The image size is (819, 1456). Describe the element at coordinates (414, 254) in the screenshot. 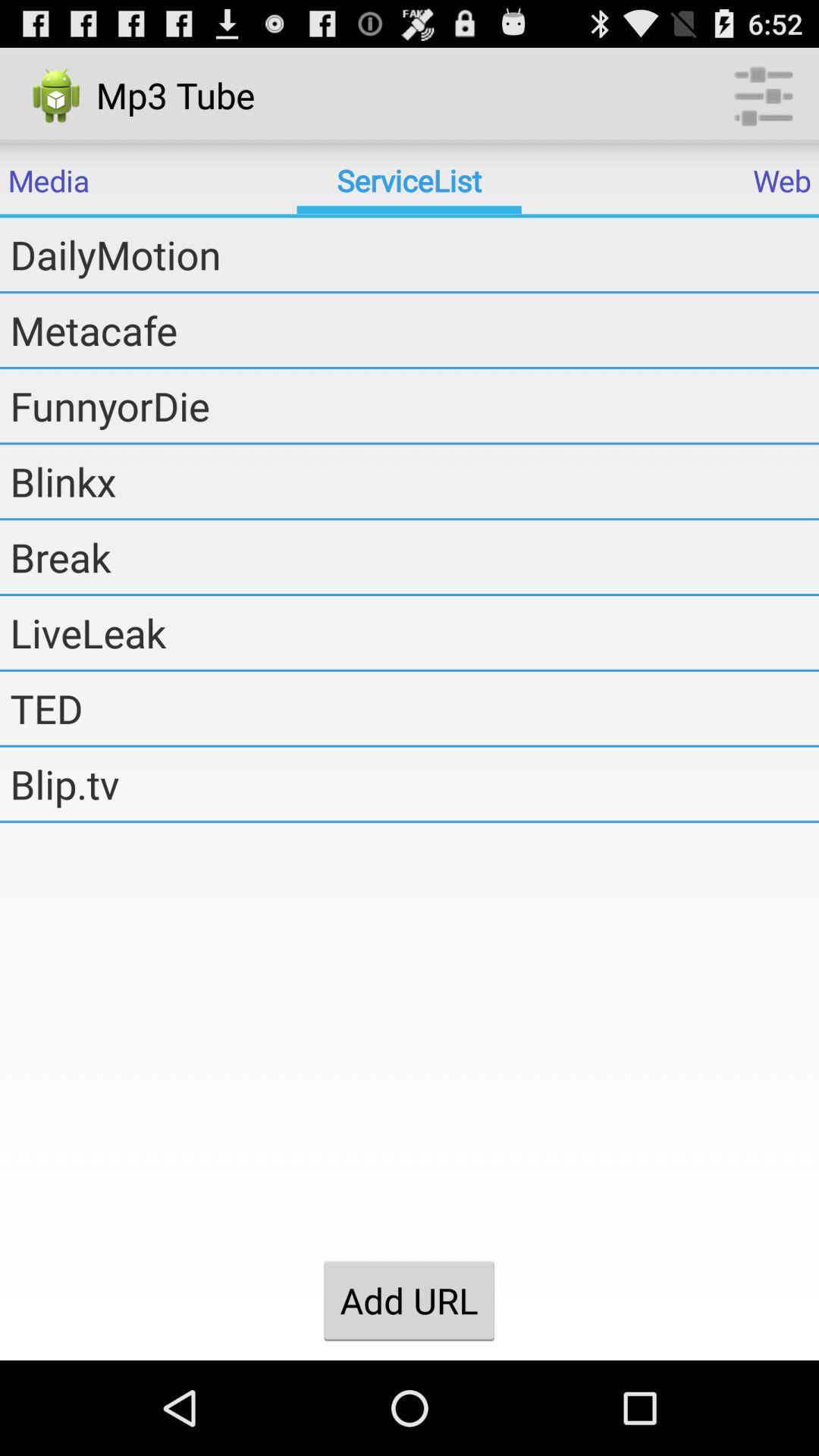

I see `the dailymotion icon` at that location.